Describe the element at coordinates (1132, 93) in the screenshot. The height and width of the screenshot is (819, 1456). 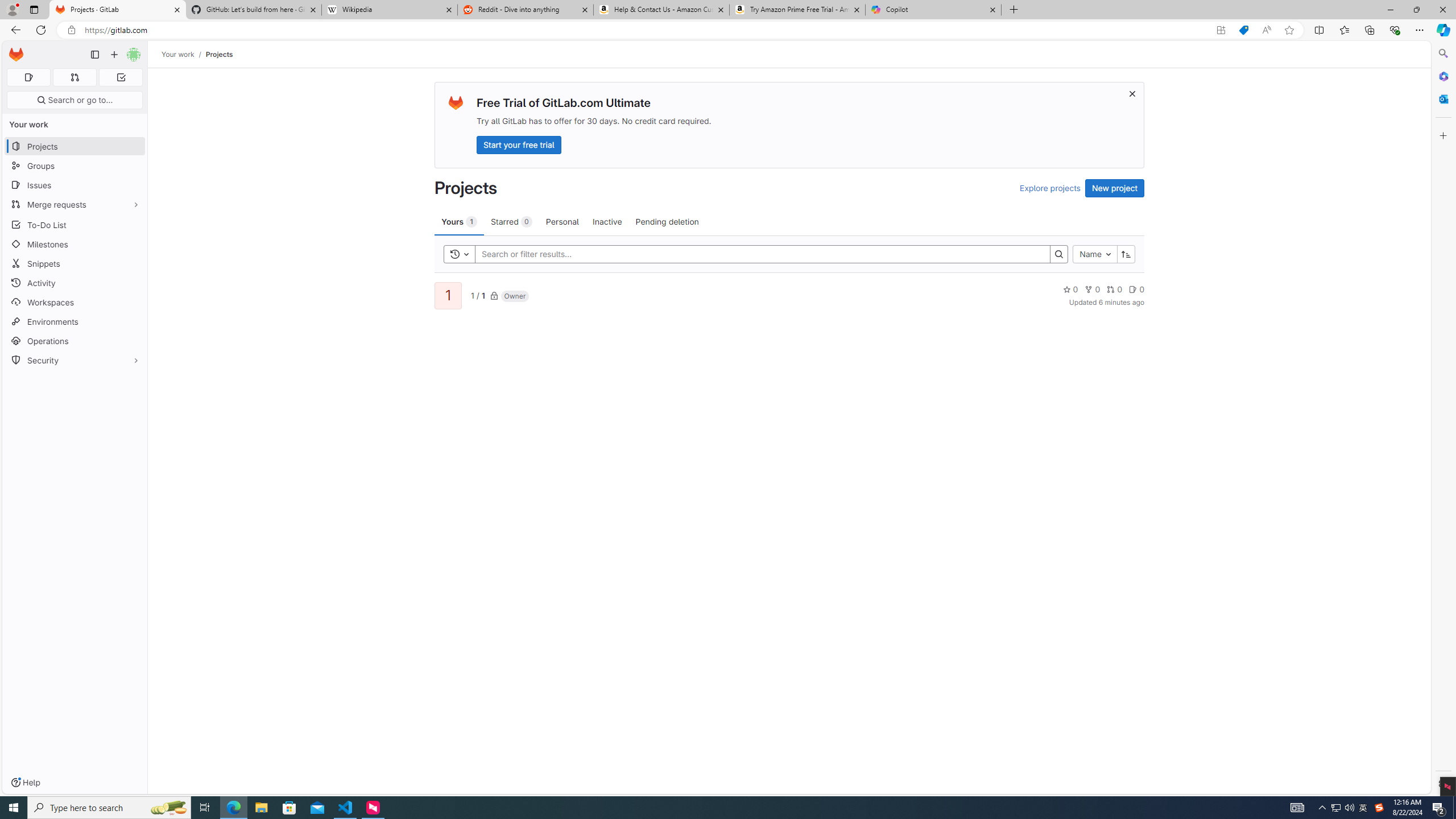
I see `'Class: s16 gl-icon gl-button-icon '` at that location.